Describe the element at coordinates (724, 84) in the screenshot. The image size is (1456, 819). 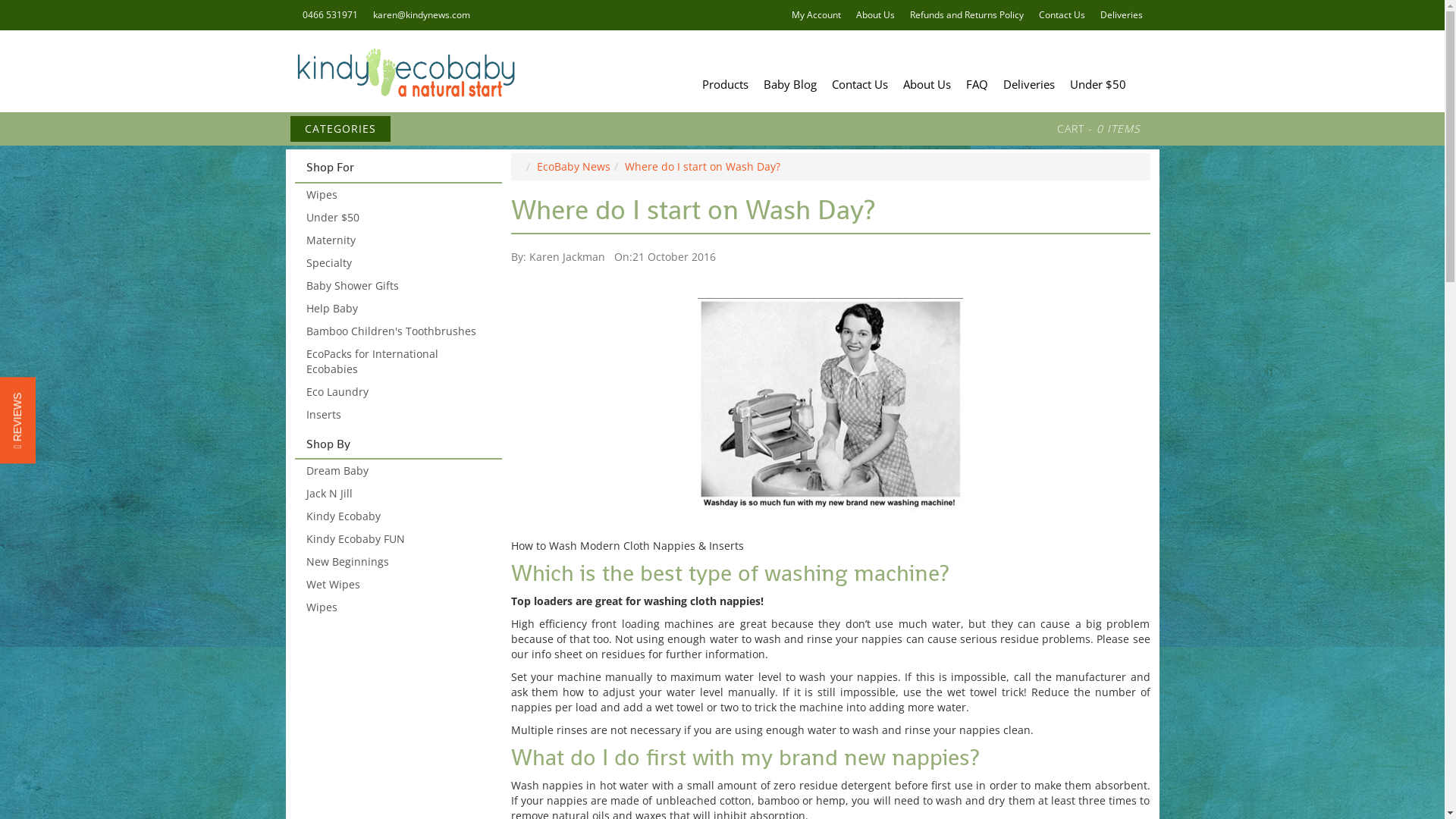
I see `'Products'` at that location.